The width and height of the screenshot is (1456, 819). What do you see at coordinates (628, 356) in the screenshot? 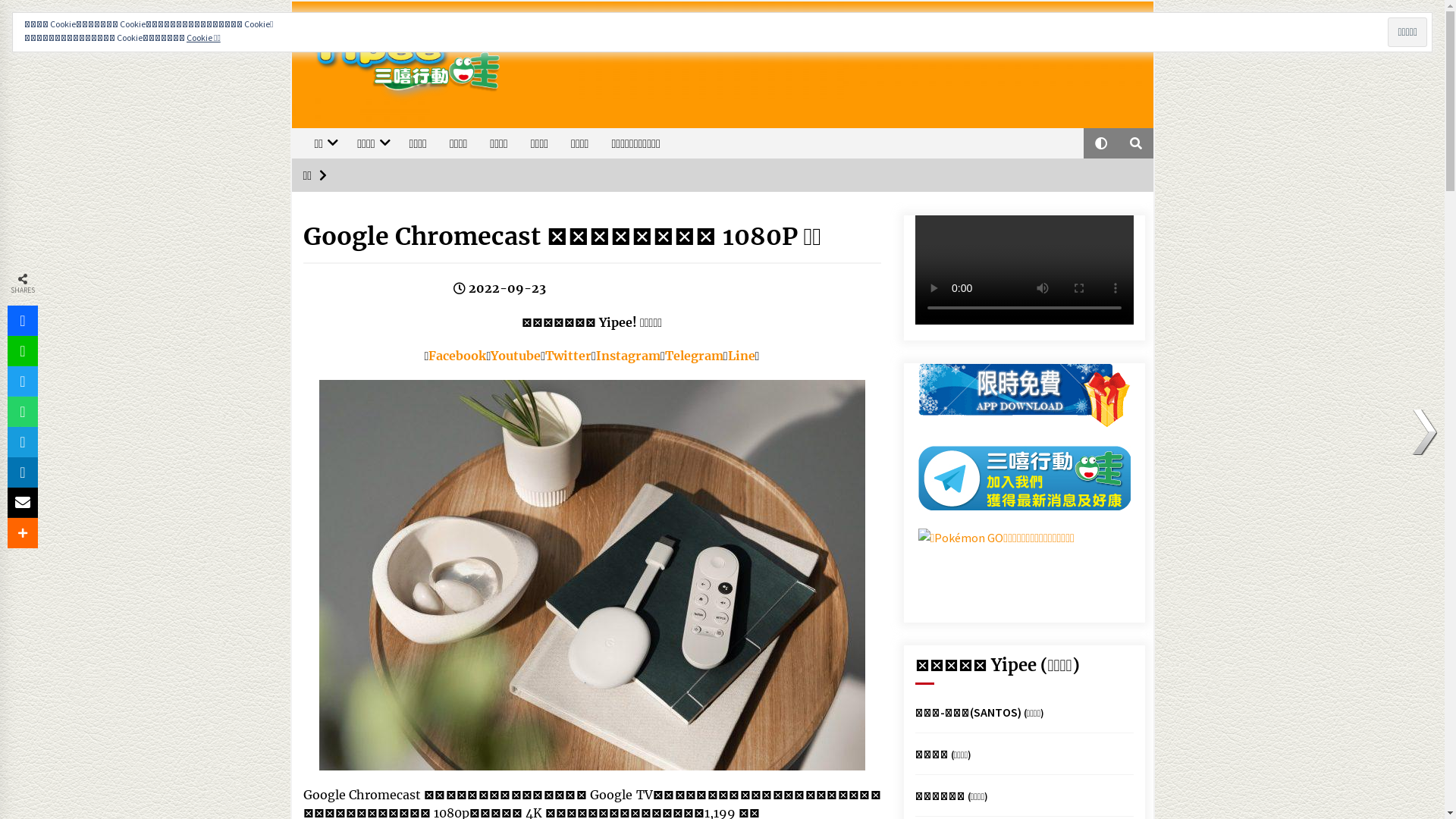
I see `'Instagram'` at bounding box center [628, 356].